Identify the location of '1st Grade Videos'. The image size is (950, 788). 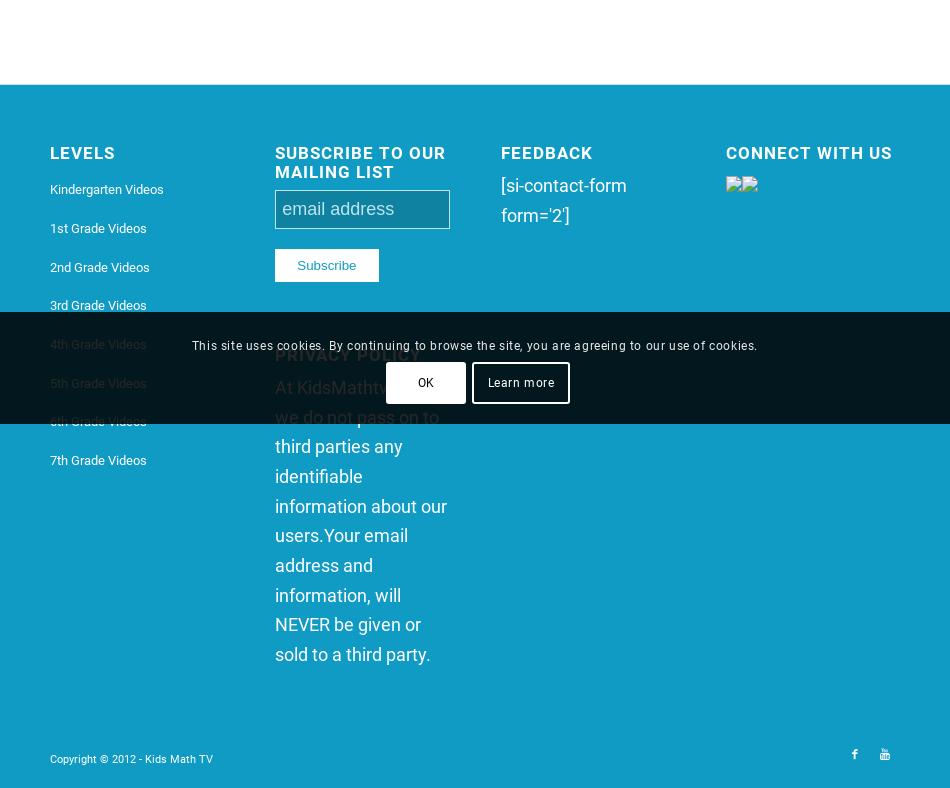
(98, 226).